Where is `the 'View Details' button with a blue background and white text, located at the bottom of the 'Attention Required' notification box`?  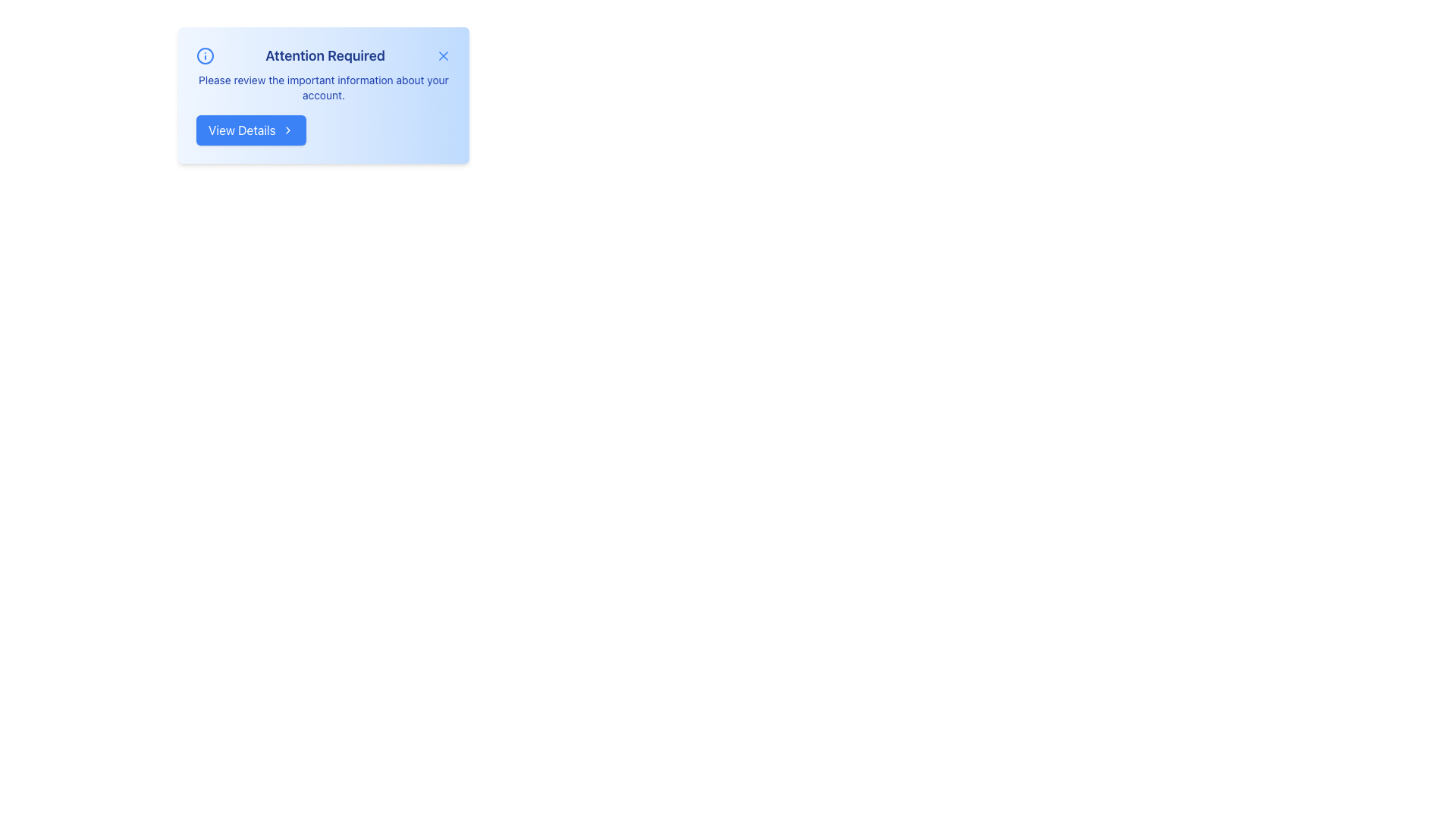
the 'View Details' button with a blue background and white text, located at the bottom of the 'Attention Required' notification box is located at coordinates (251, 130).